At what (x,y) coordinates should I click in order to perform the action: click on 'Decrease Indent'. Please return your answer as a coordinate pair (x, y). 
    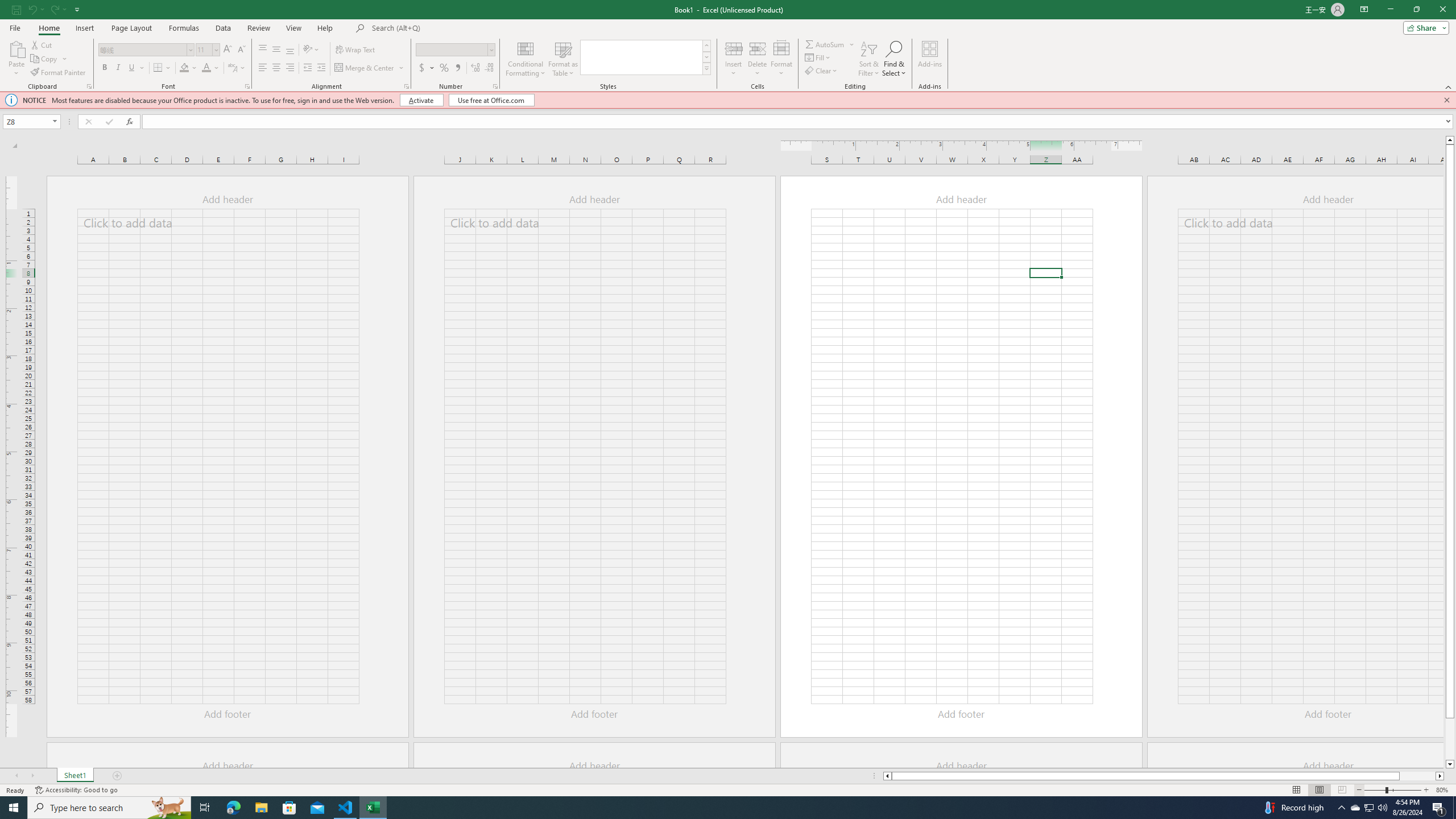
    Looking at the image, I should click on (308, 67).